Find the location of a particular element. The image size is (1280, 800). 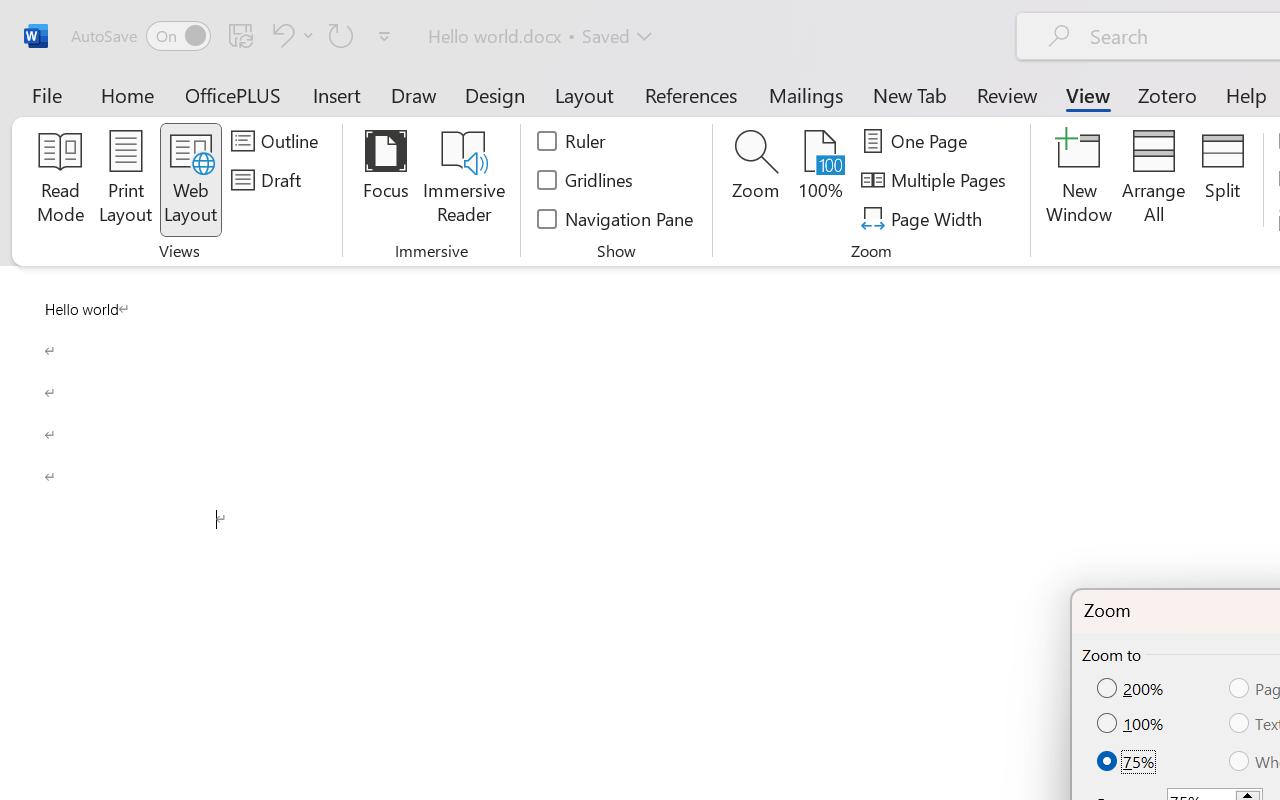

'AutoSave' is located at coordinates (139, 35).